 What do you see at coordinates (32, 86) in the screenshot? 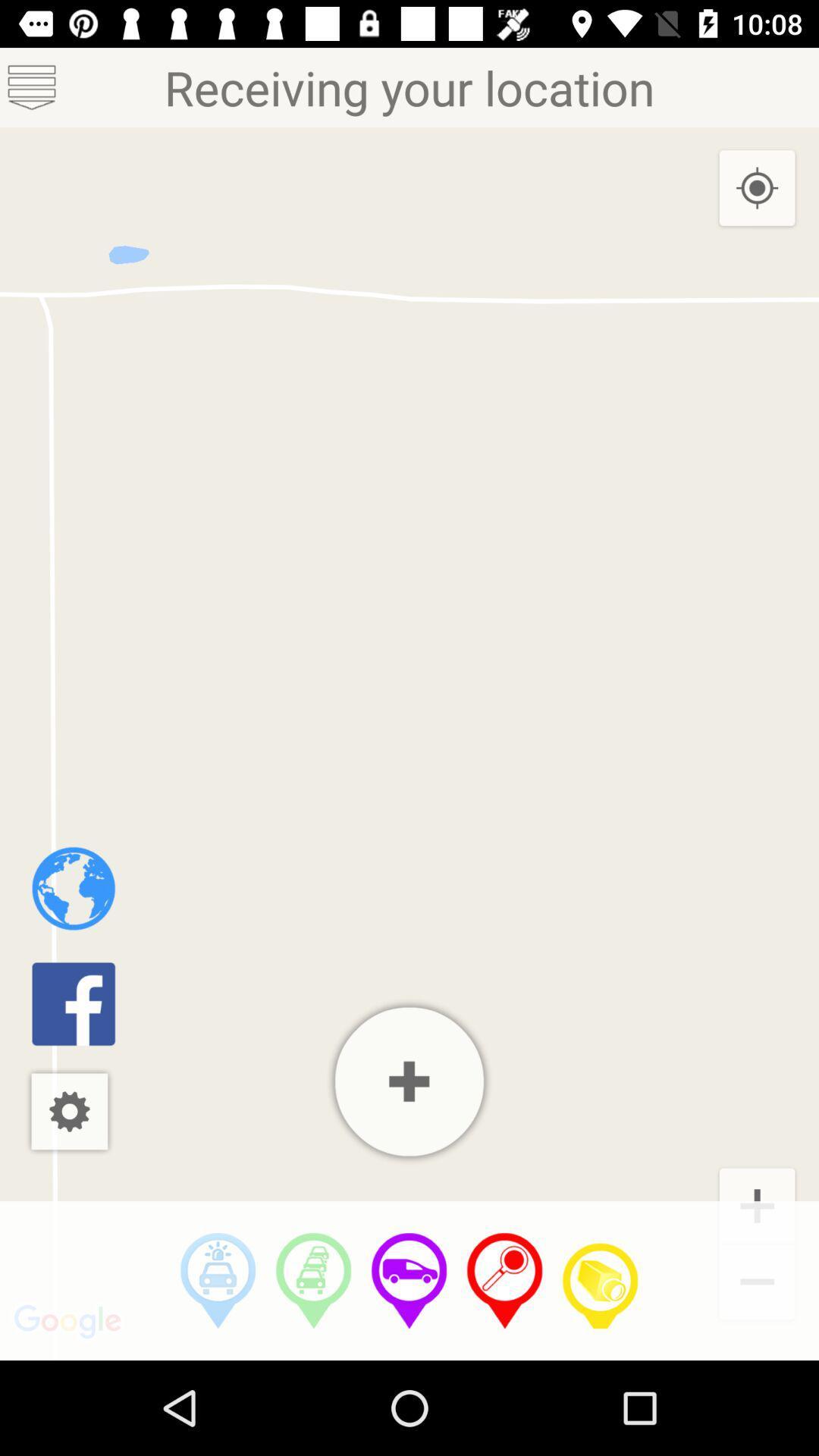
I see `the list icon` at bounding box center [32, 86].